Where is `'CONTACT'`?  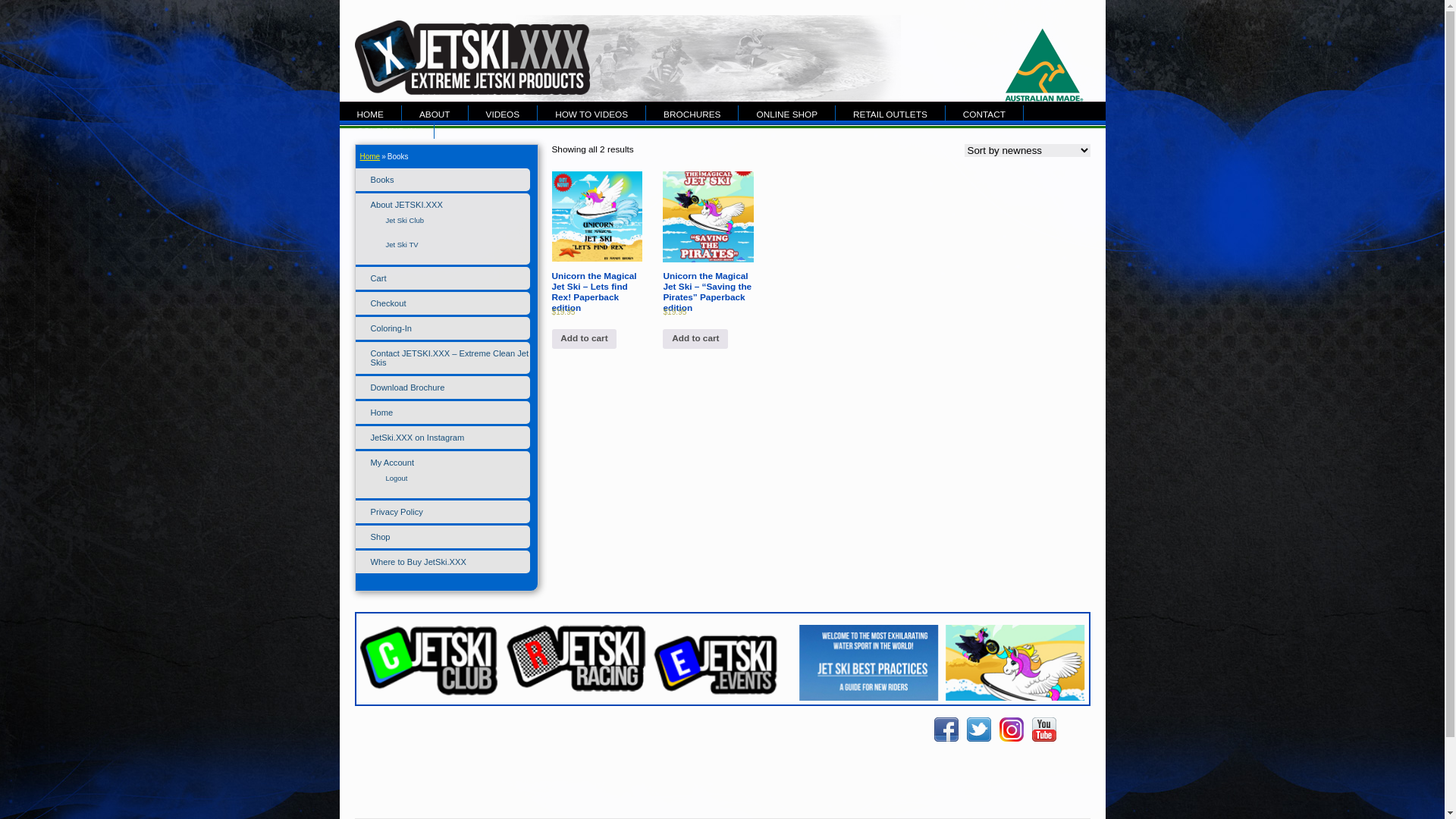
'CONTACT' is located at coordinates (984, 113).